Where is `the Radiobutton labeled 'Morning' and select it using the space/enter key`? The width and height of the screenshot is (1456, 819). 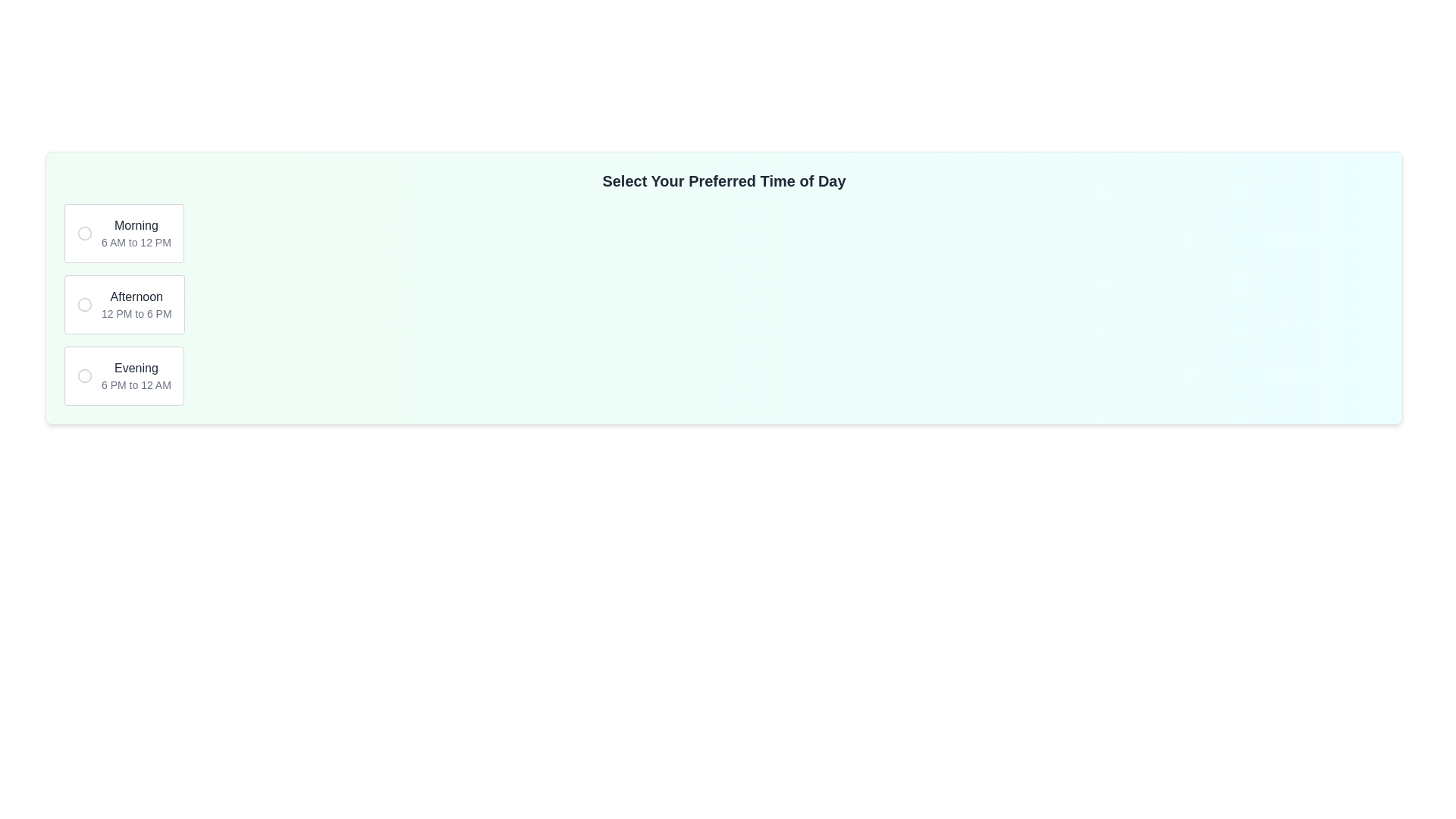
the Radiobutton labeled 'Morning' and select it using the space/enter key is located at coordinates (124, 234).